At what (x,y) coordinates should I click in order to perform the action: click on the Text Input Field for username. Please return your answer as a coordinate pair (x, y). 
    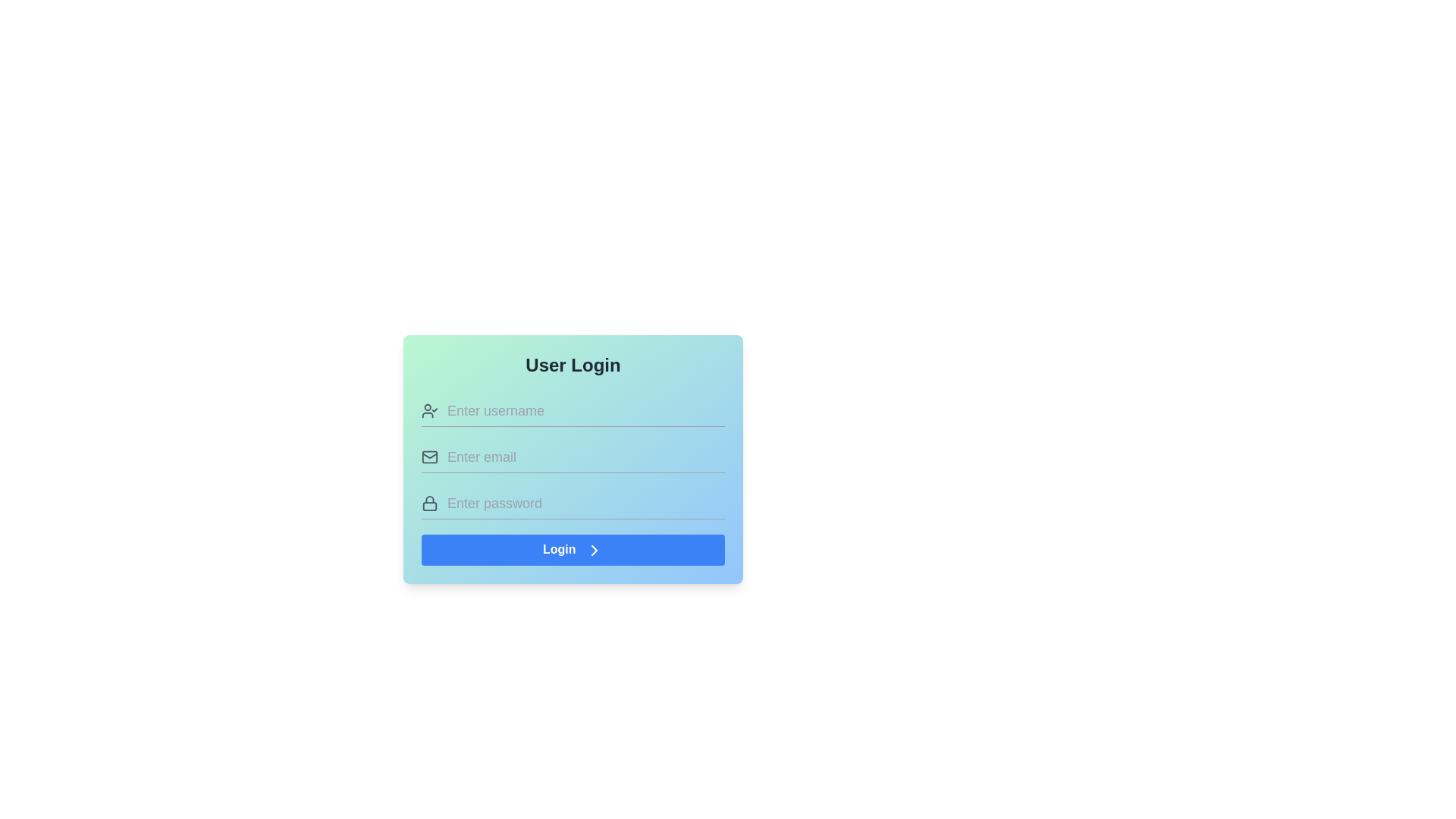
    Looking at the image, I should click on (585, 411).